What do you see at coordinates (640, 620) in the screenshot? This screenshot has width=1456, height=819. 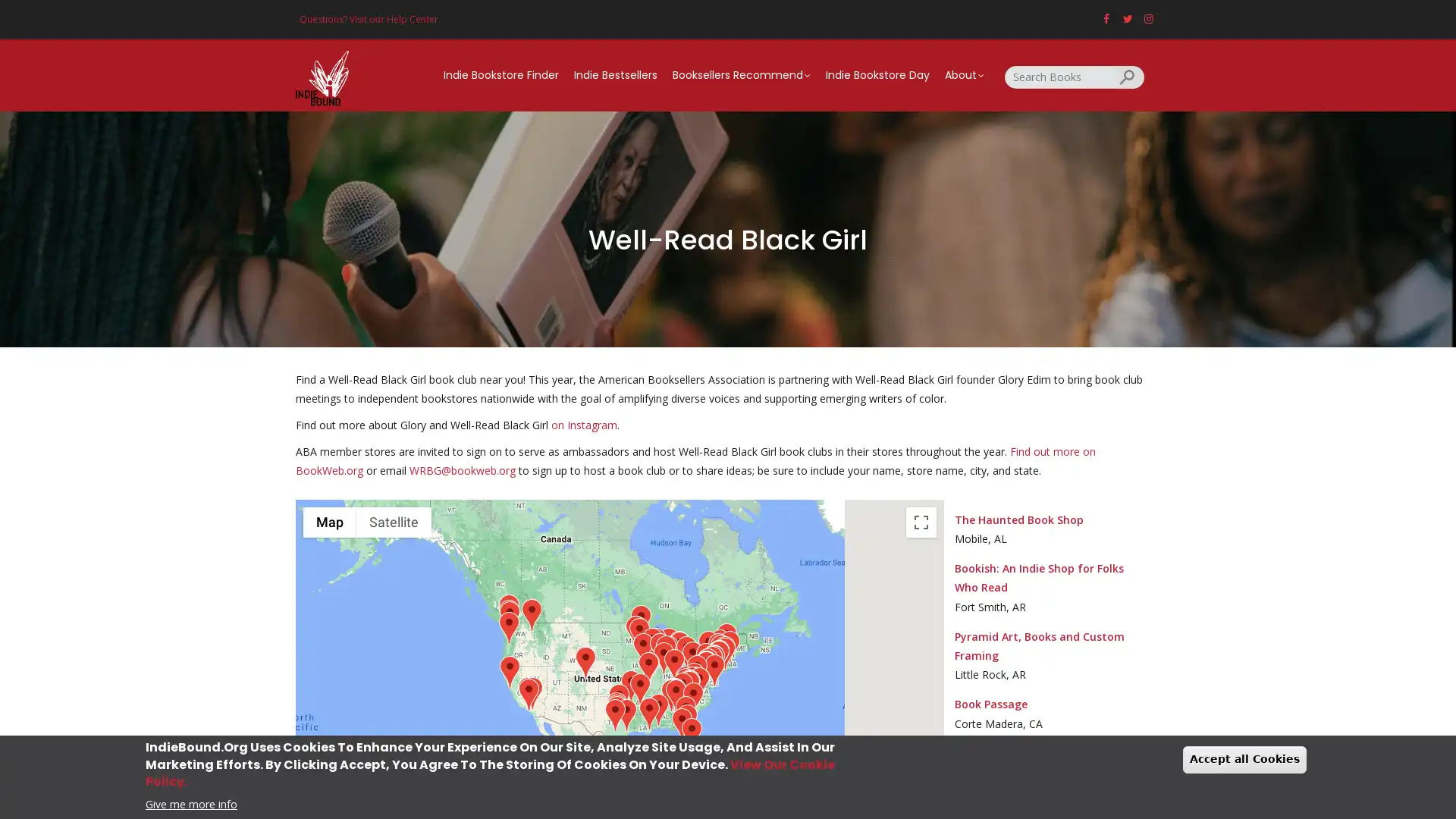 I see `Zenith Bookstore` at bounding box center [640, 620].